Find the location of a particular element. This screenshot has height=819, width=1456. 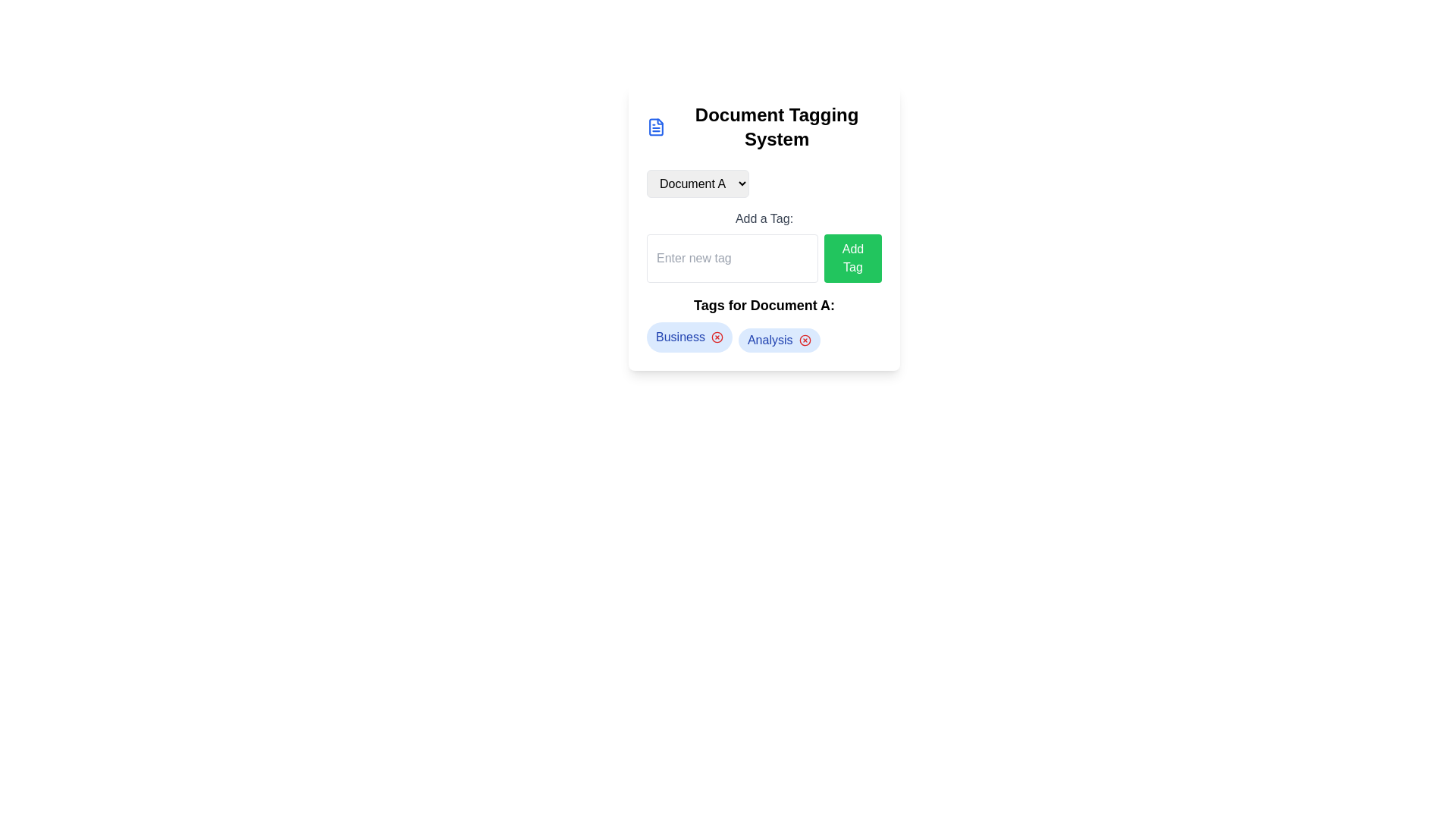

the Dropdown menu displaying 'Document A' to enable keyboard navigation is located at coordinates (697, 183).